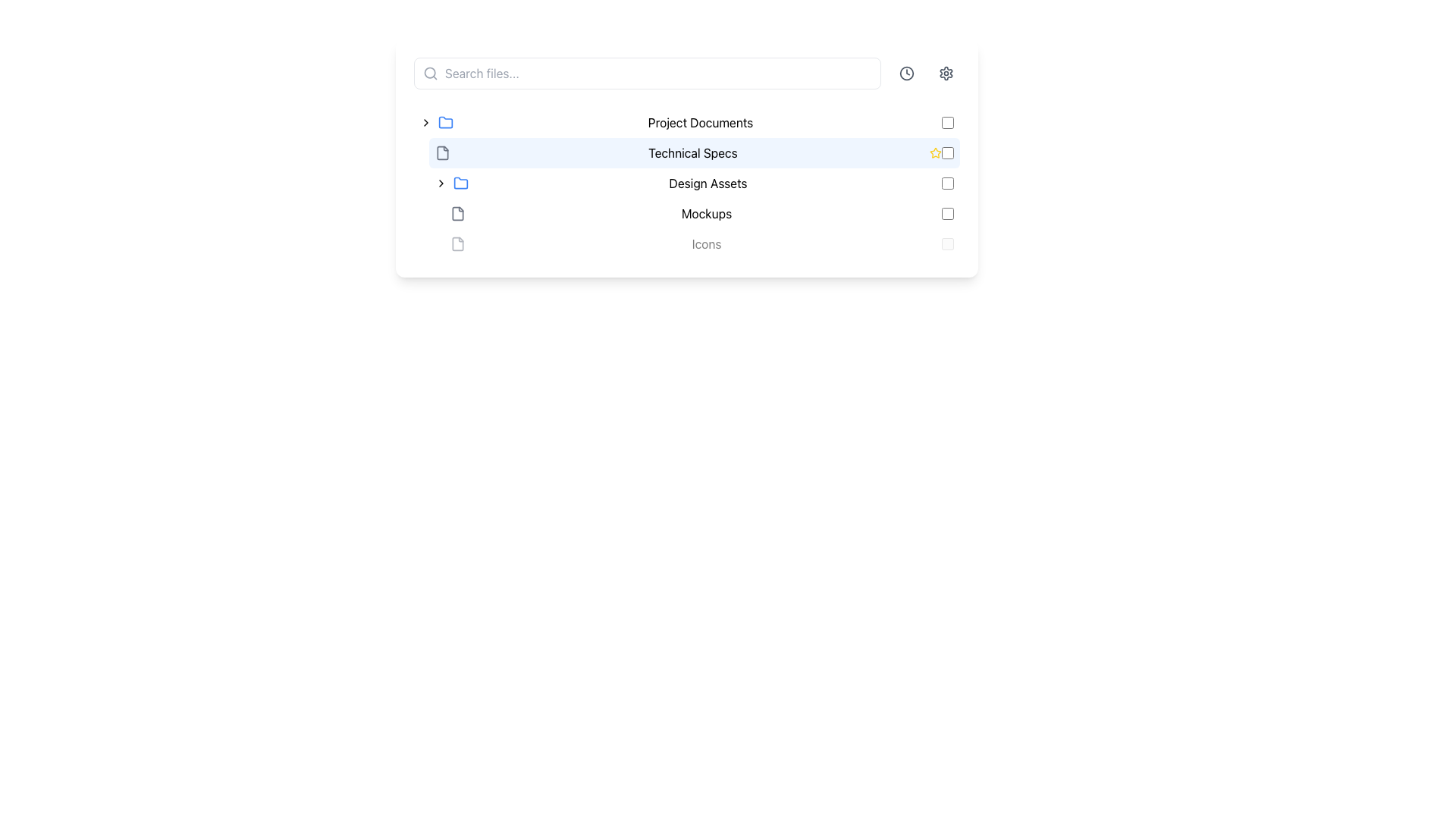 This screenshot has height=819, width=1456. Describe the element at coordinates (425, 122) in the screenshot. I see `the Toggle icon (chevron)` at that location.